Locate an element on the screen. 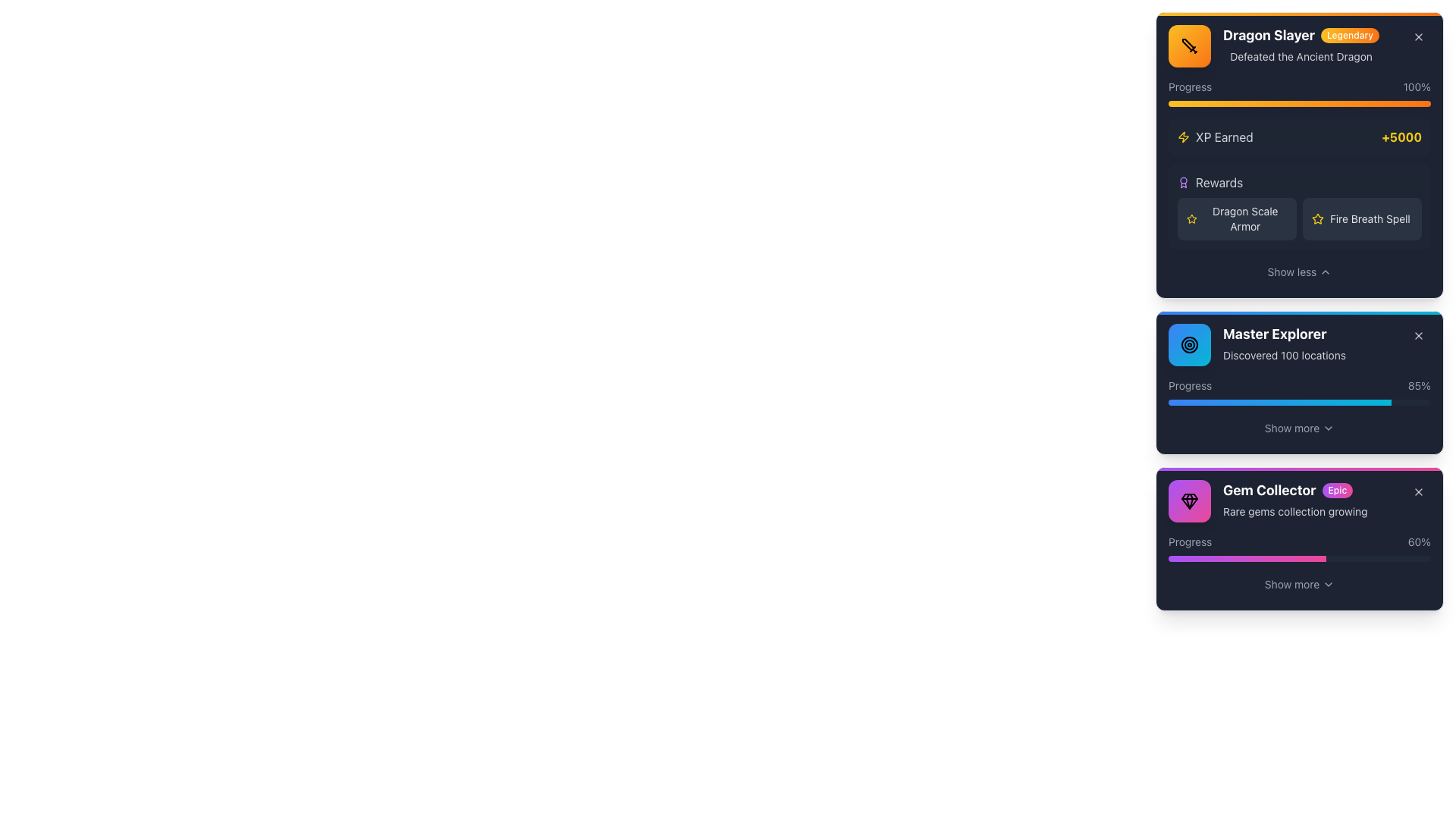 The height and width of the screenshot is (819, 1456). the label text within the button component of the 'Gem Collector' section is located at coordinates (1291, 584).